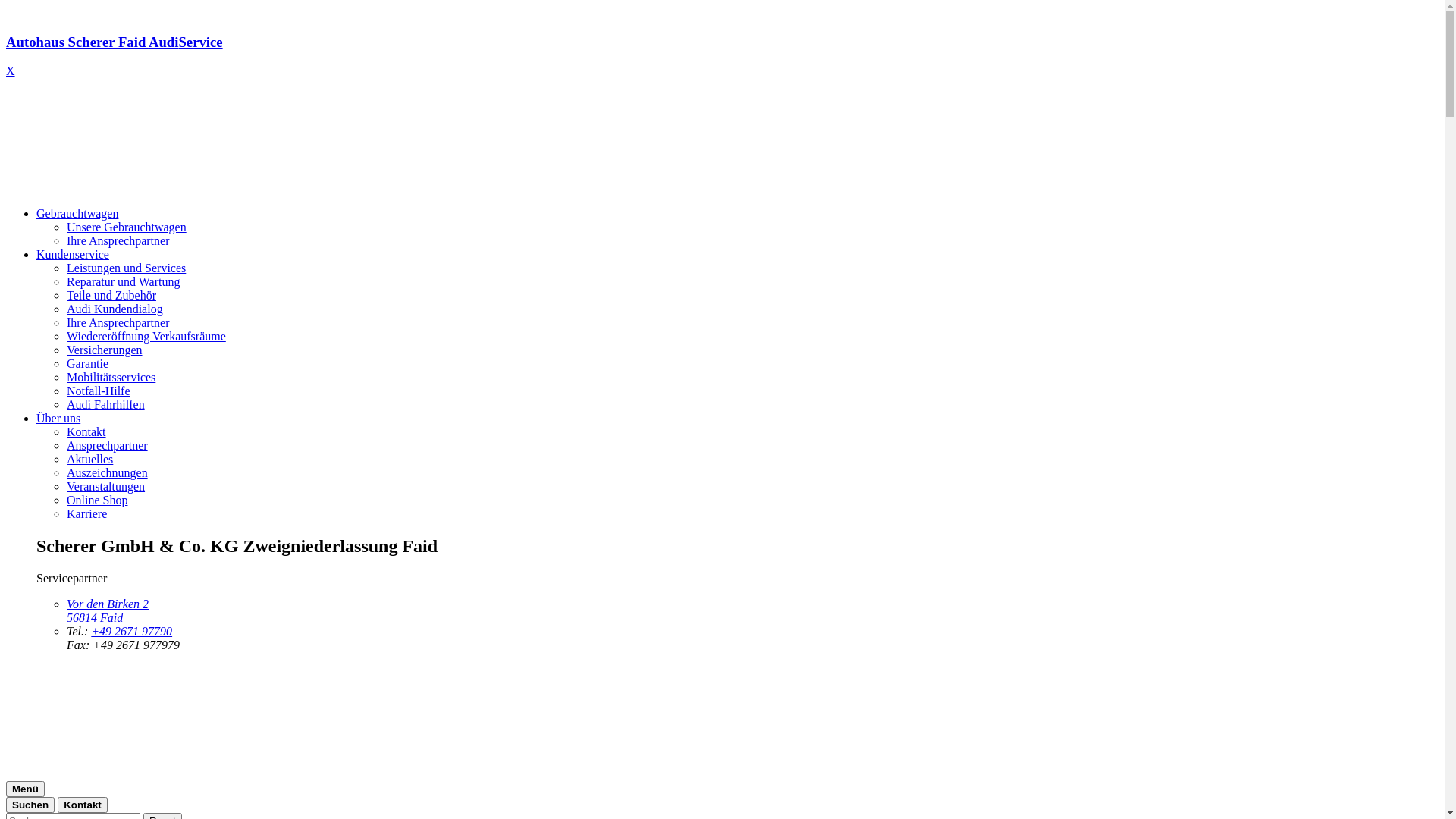 Image resolution: width=1456 pixels, height=819 pixels. I want to click on 'Autohaus Scherer Faid AudiService', so click(721, 55).